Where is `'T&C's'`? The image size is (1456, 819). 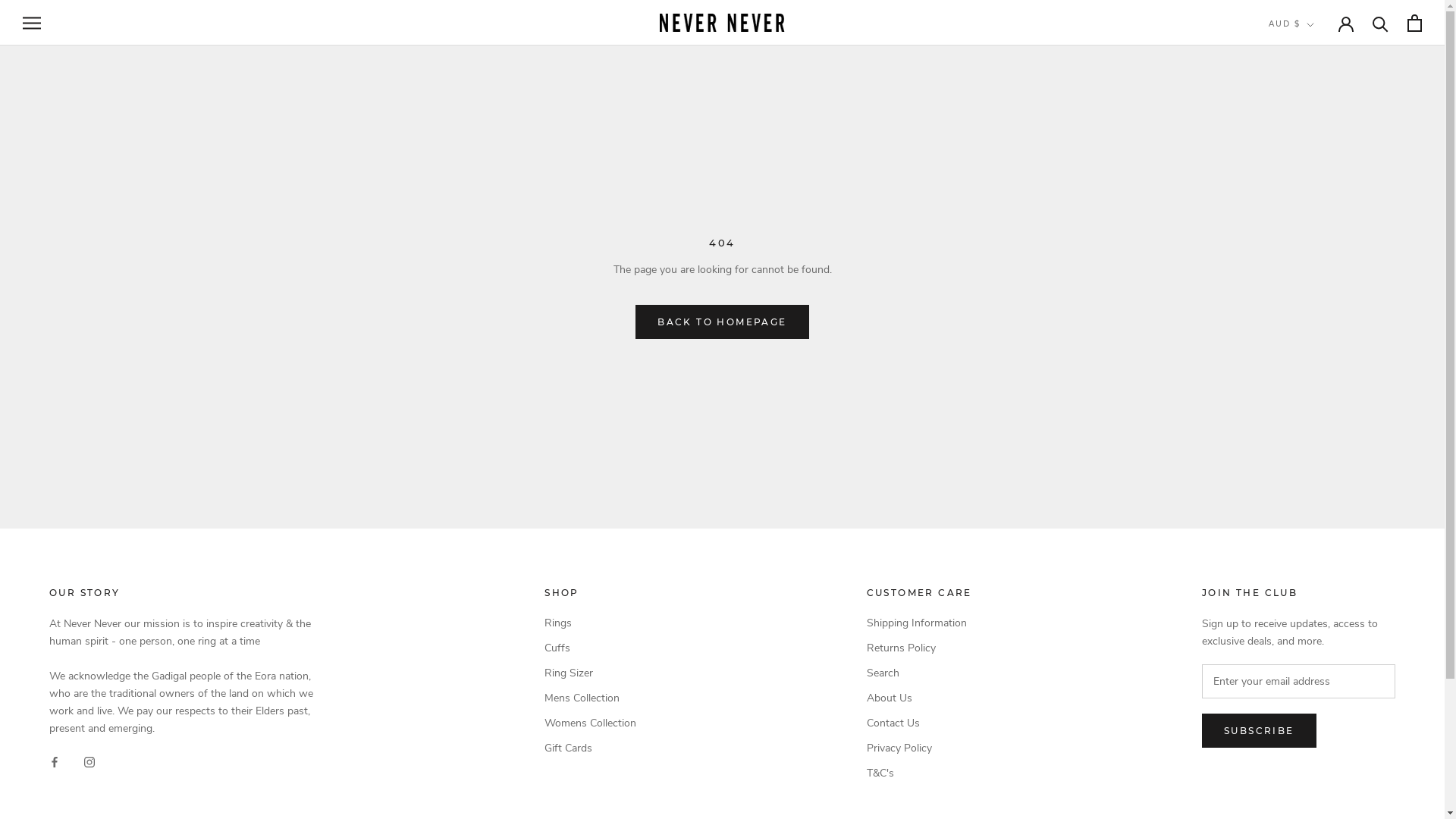
'T&C's' is located at coordinates (918, 773).